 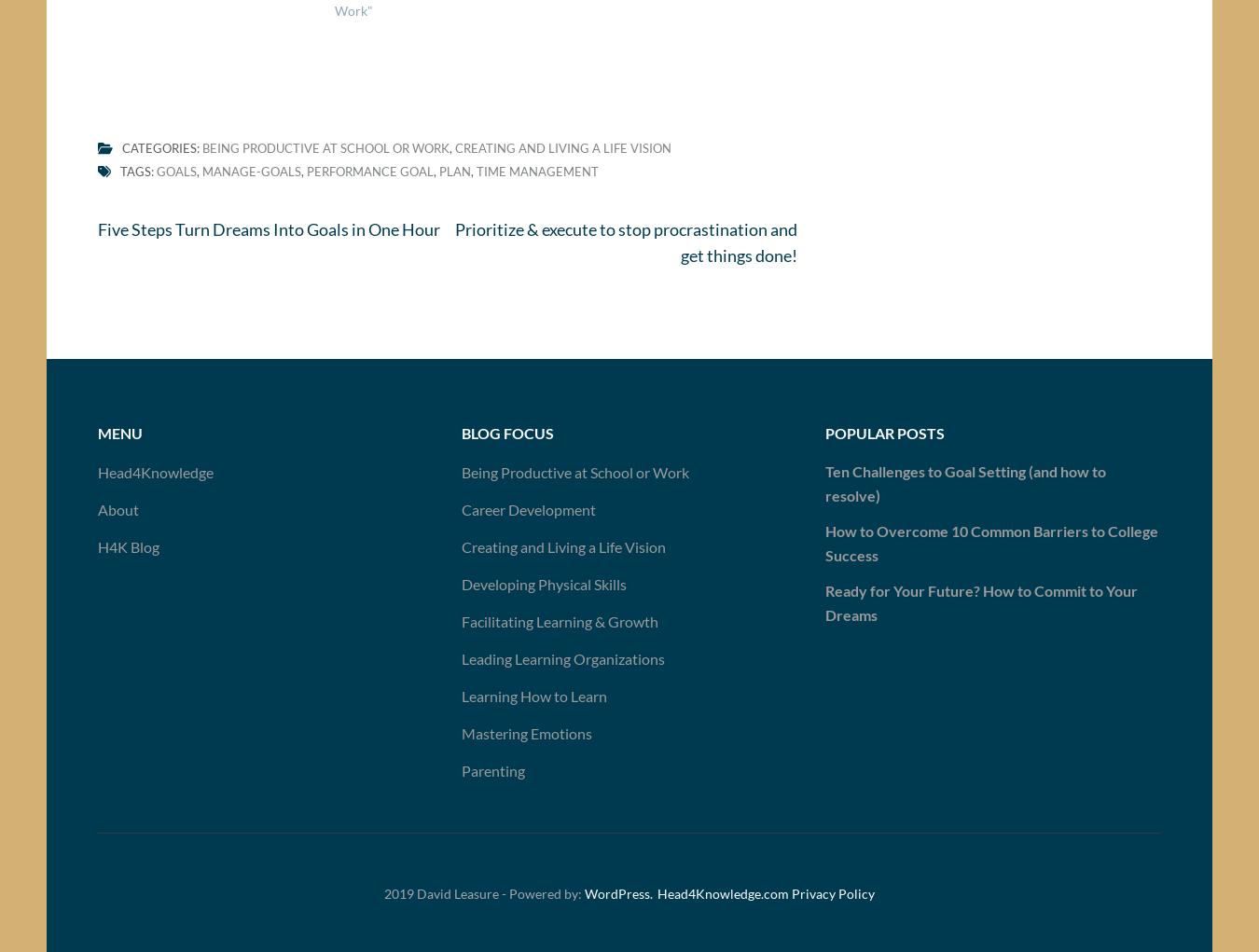 I want to click on '2019 David Leasure -', so click(x=445, y=899).